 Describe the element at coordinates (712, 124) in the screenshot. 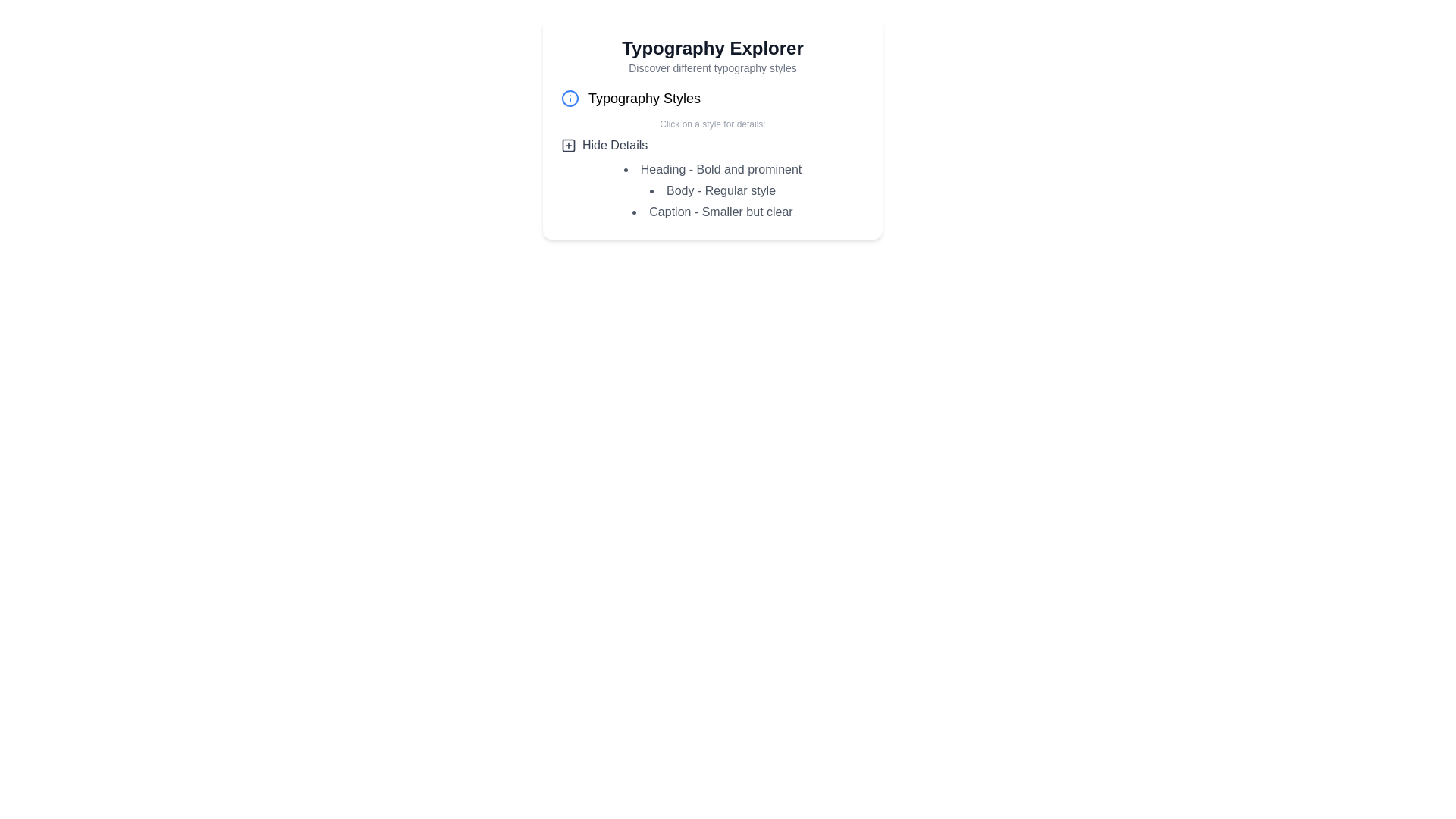

I see `instructional message displayed in the Text Label, which is positioned centrally below the title 'Typography Styles' and above the 'Hide Details' button` at that location.